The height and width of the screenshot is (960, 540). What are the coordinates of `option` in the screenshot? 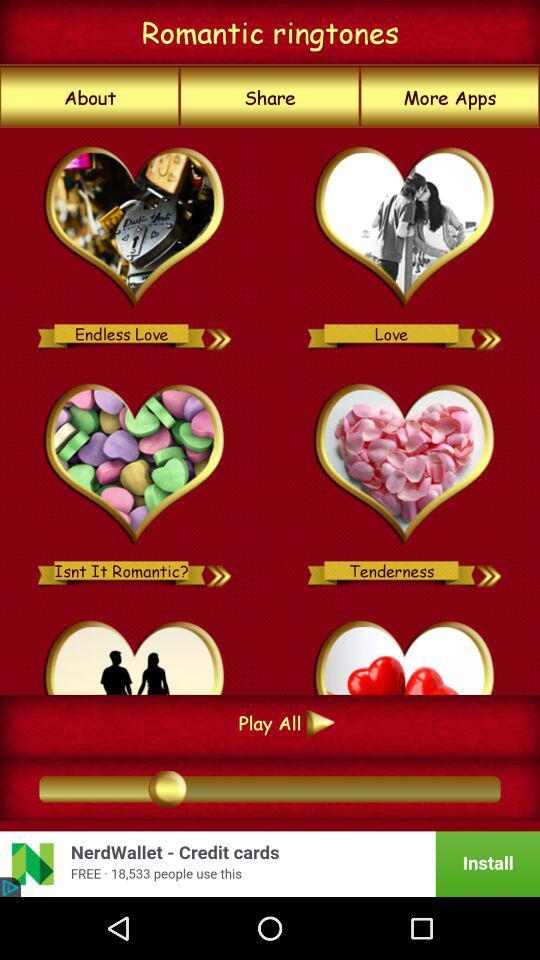 It's located at (135, 653).